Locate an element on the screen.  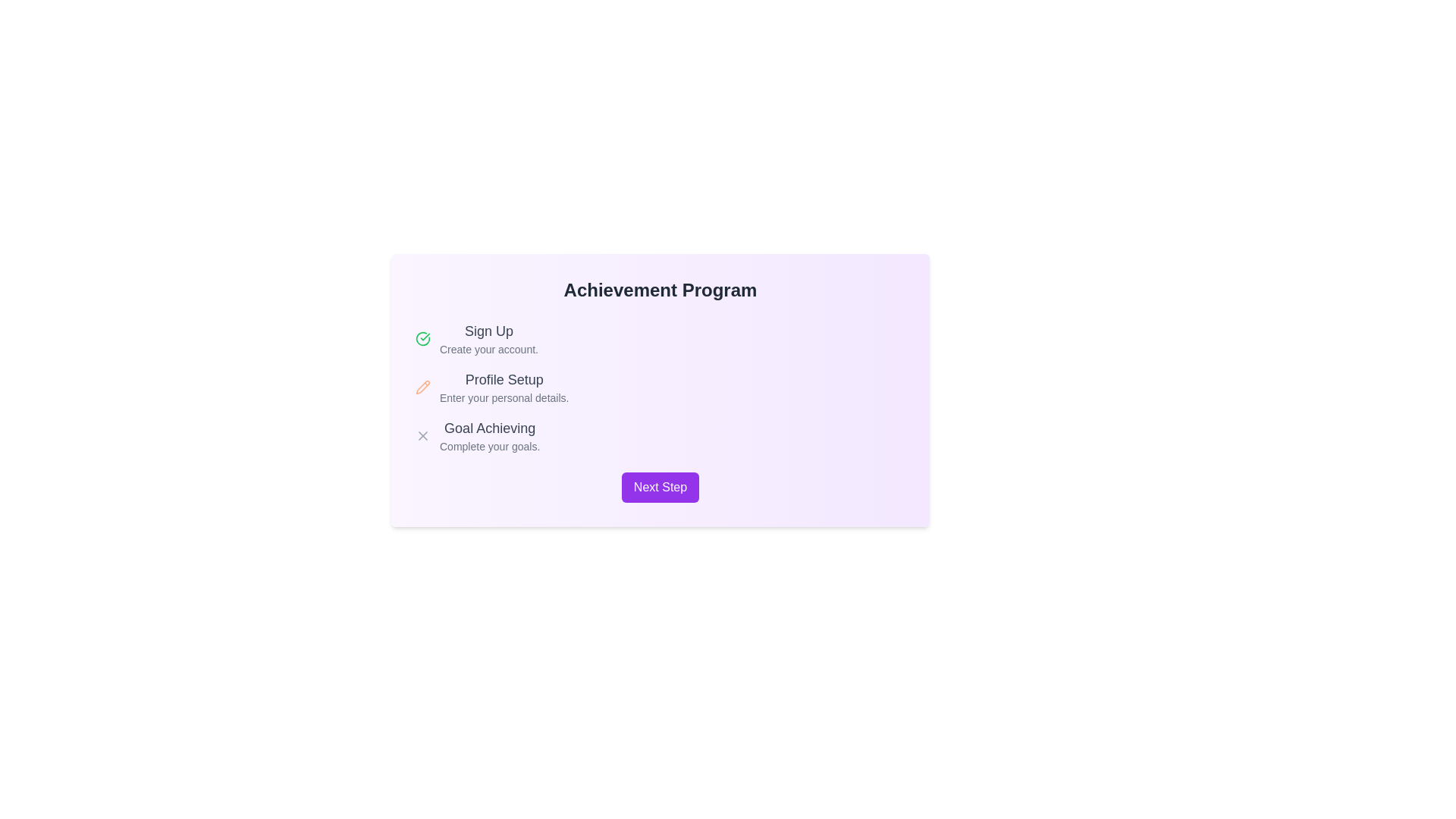
the error indicator icon for the 'Goal Achieving' step in the 'Achievement Program' list is located at coordinates (422, 435).